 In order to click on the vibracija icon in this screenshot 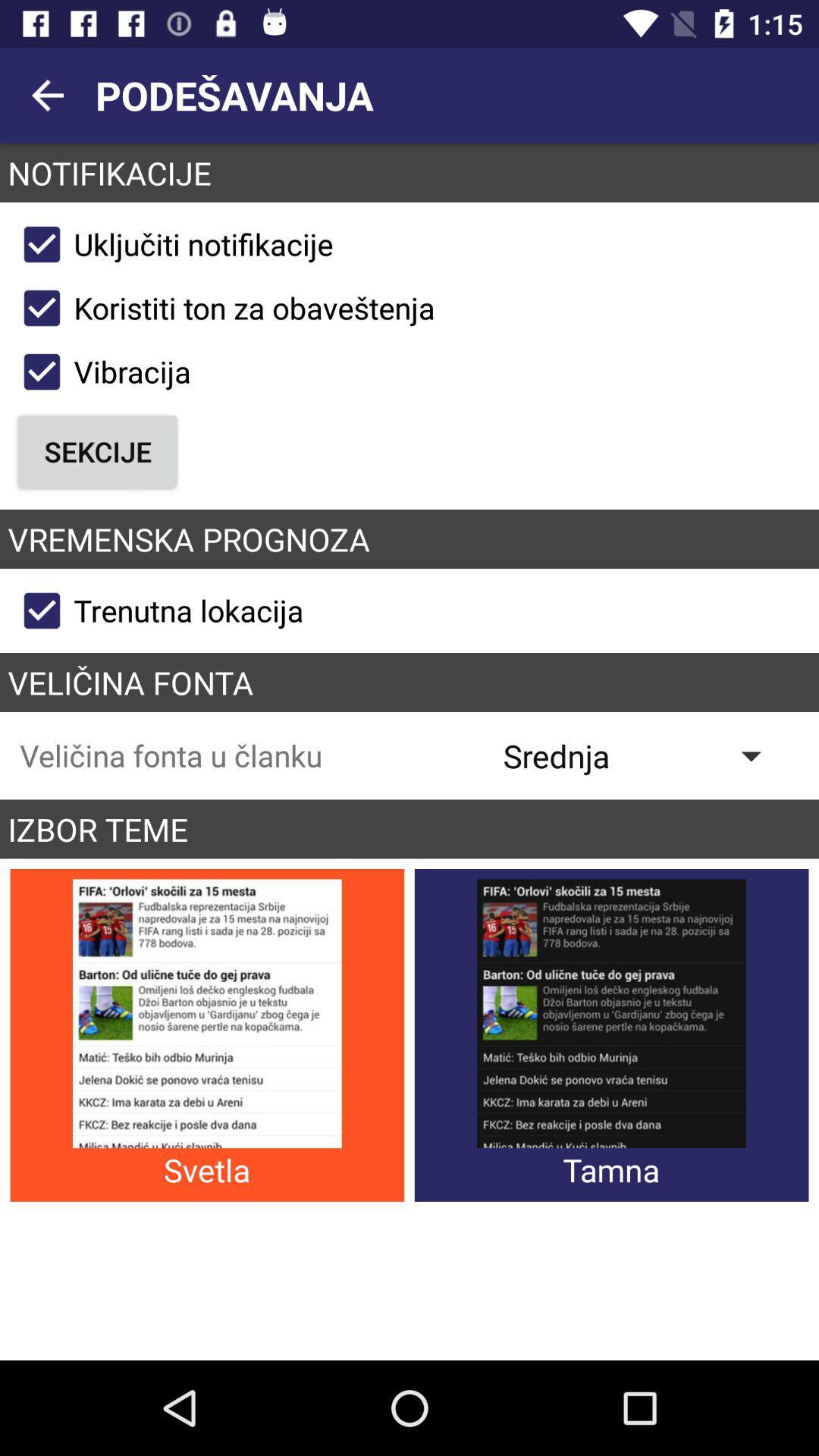, I will do `click(100, 372)`.